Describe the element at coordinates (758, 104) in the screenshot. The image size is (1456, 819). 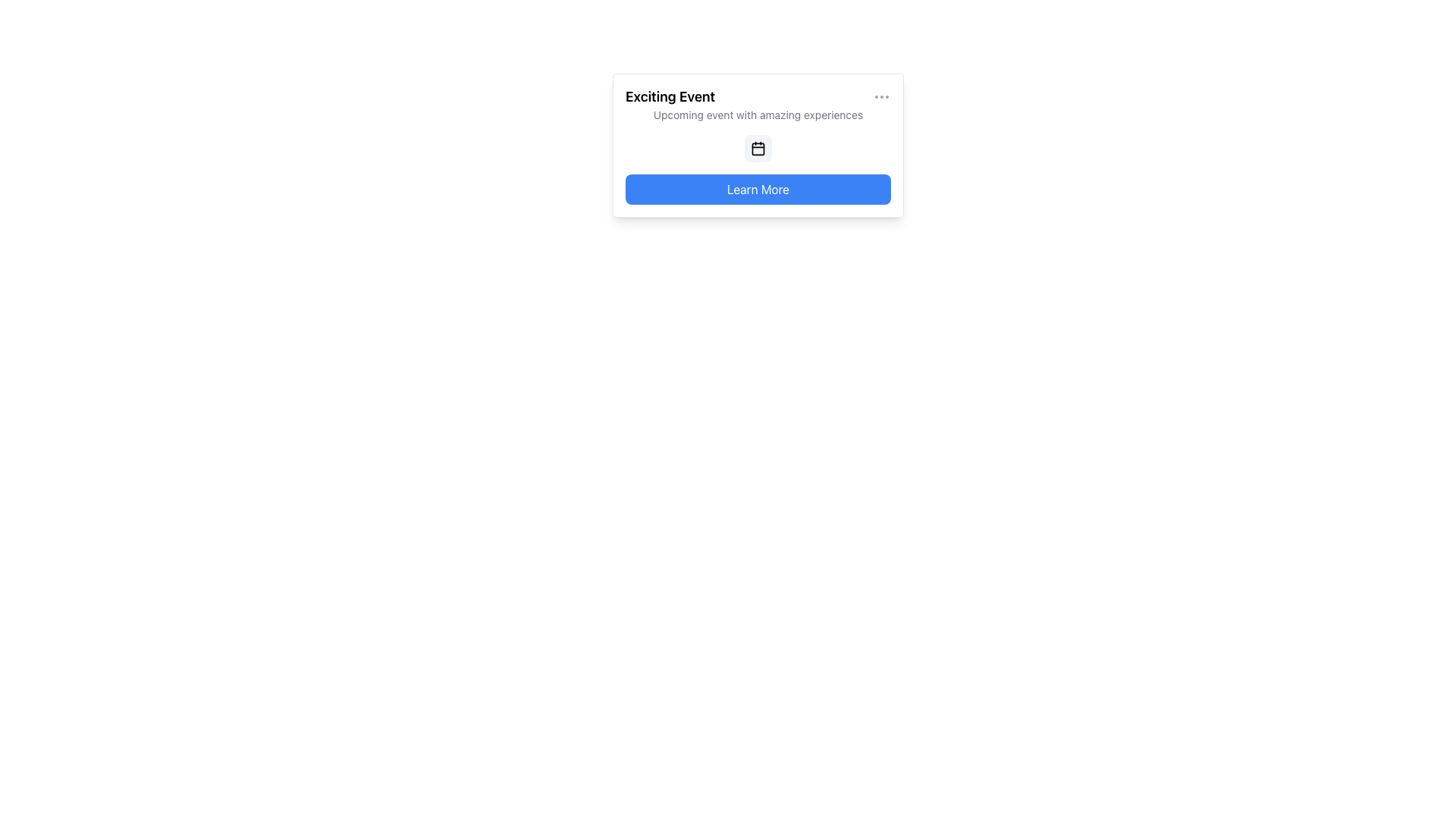
I see `the Text Display element that contains the header 'Exciting Event' and the subtitle 'Upcoming event with amazing experiences'` at that location.